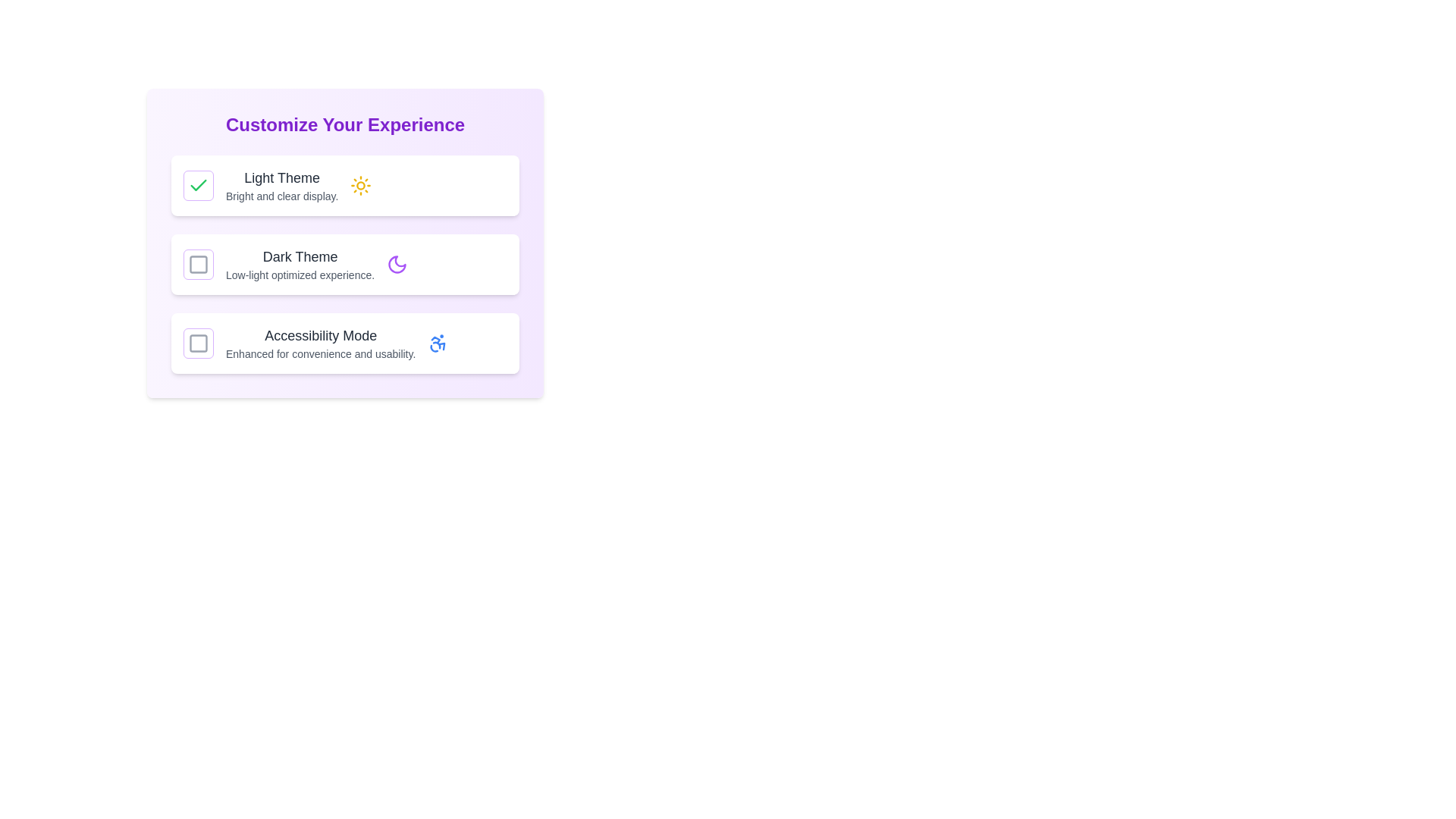 This screenshot has height=819, width=1456. What do you see at coordinates (360, 185) in the screenshot?
I see `the SVG circle that represents the sun icon for the 'Light Theme' option located in the 'Customize Your Experience' section` at bounding box center [360, 185].